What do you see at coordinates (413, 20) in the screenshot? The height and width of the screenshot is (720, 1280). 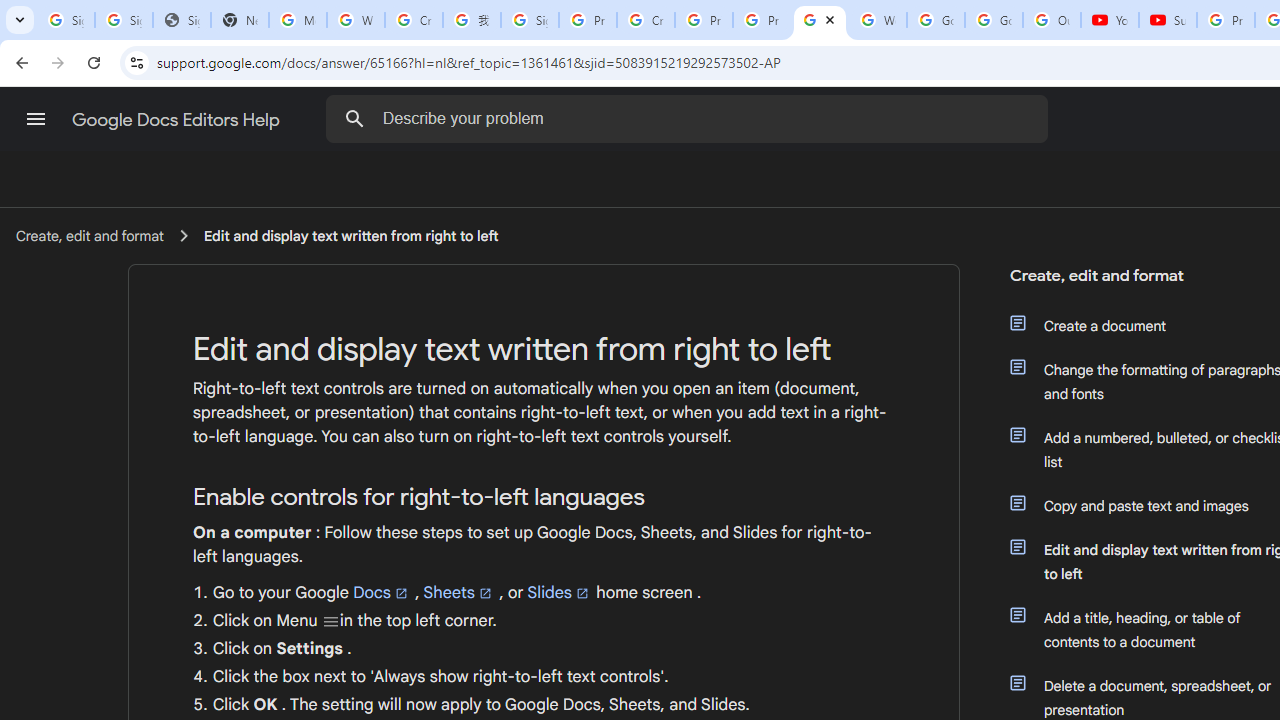 I see `'Create your Google Account'` at bounding box center [413, 20].